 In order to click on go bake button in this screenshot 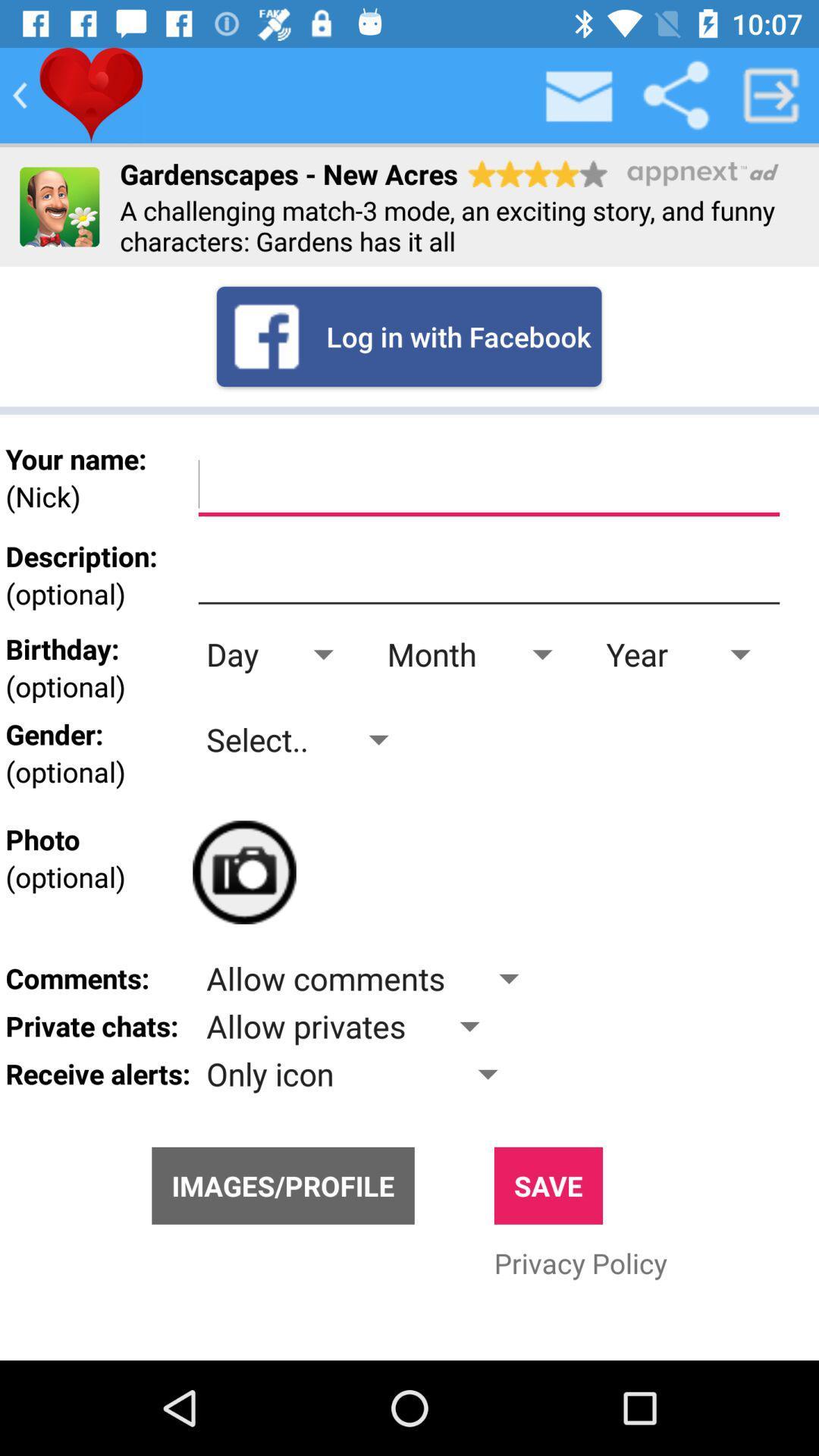, I will do `click(20, 94)`.